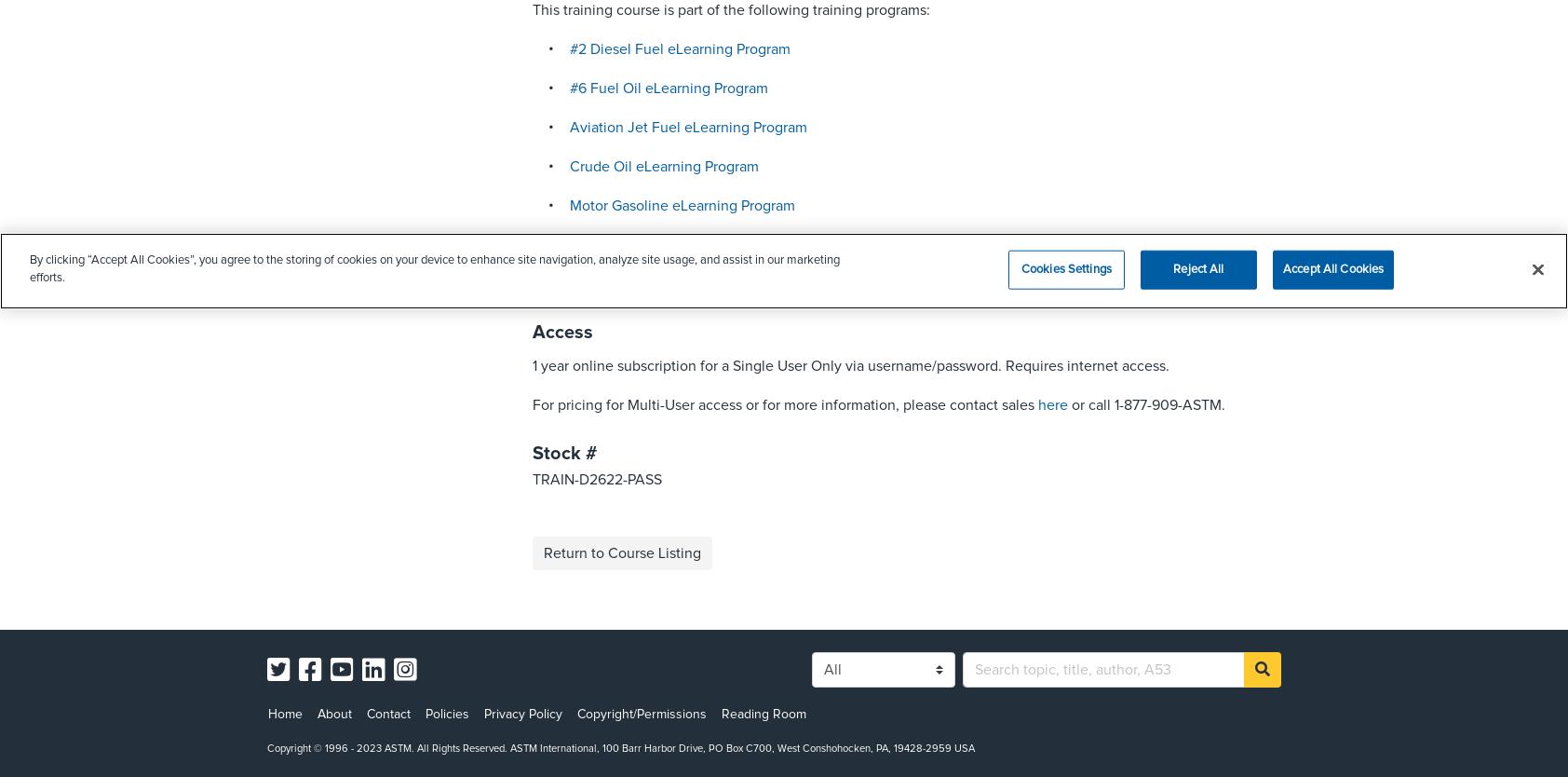 Image resolution: width=1568 pixels, height=777 pixels. What do you see at coordinates (731, 10) in the screenshot?
I see `'This training course is part of the following training programs:'` at bounding box center [731, 10].